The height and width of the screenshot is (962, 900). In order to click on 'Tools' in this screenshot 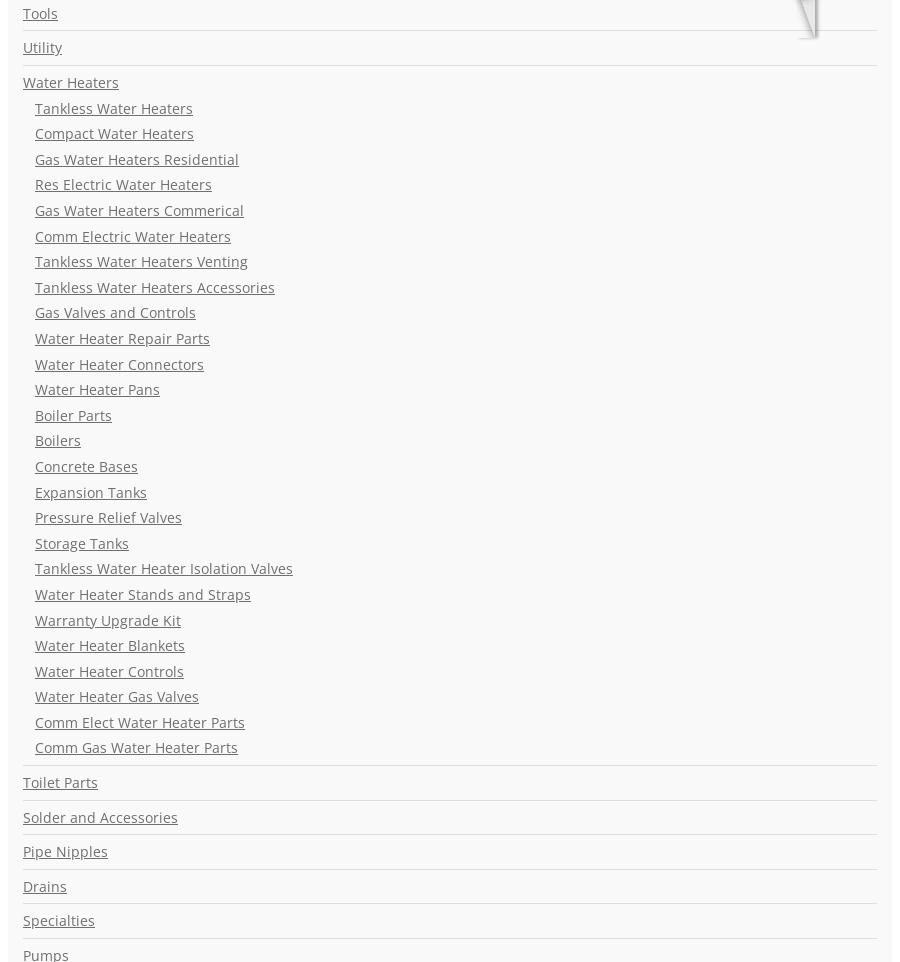, I will do `click(39, 11)`.